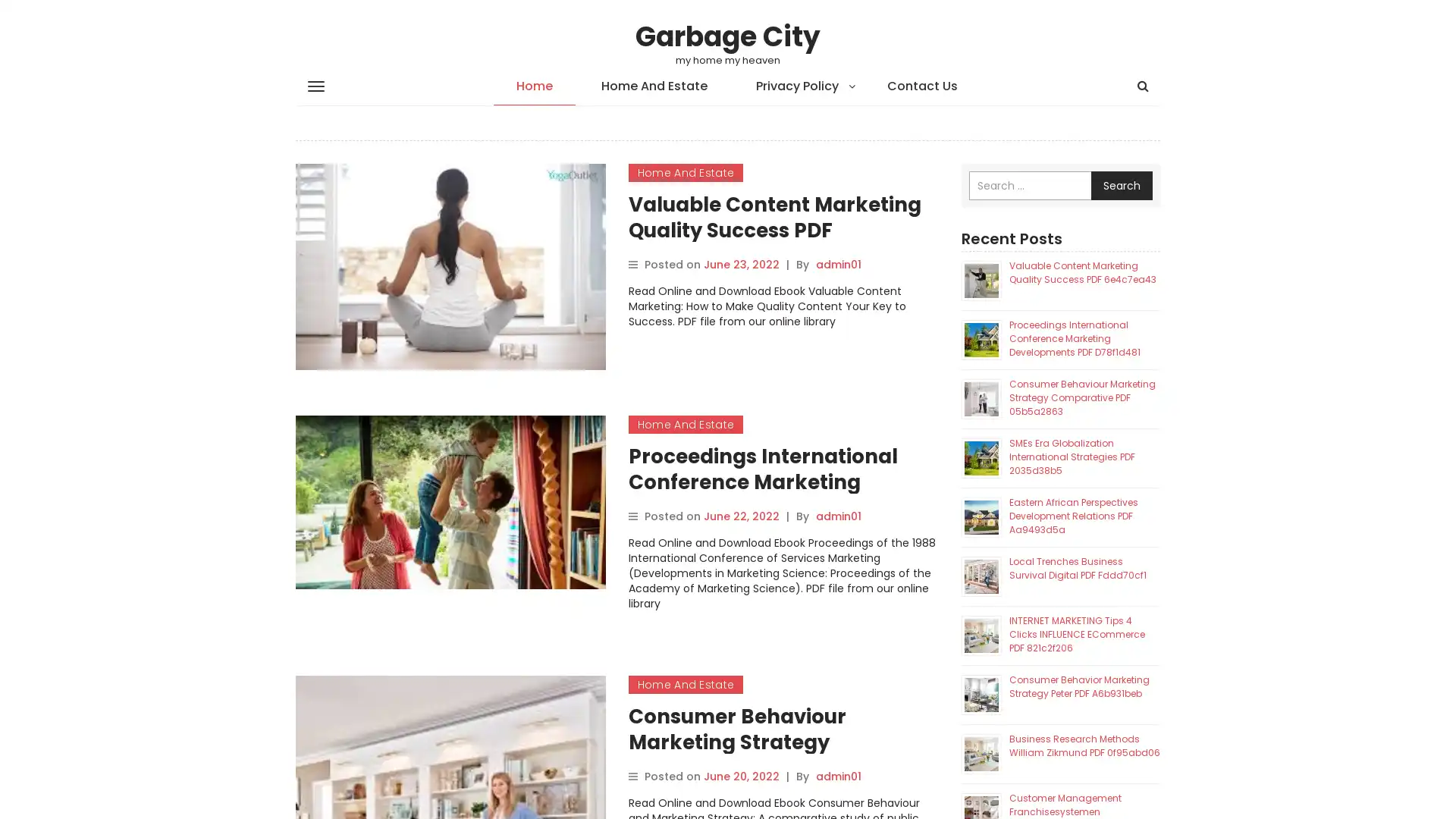 The image size is (1456, 819). What do you see at coordinates (1122, 185) in the screenshot?
I see `Search` at bounding box center [1122, 185].